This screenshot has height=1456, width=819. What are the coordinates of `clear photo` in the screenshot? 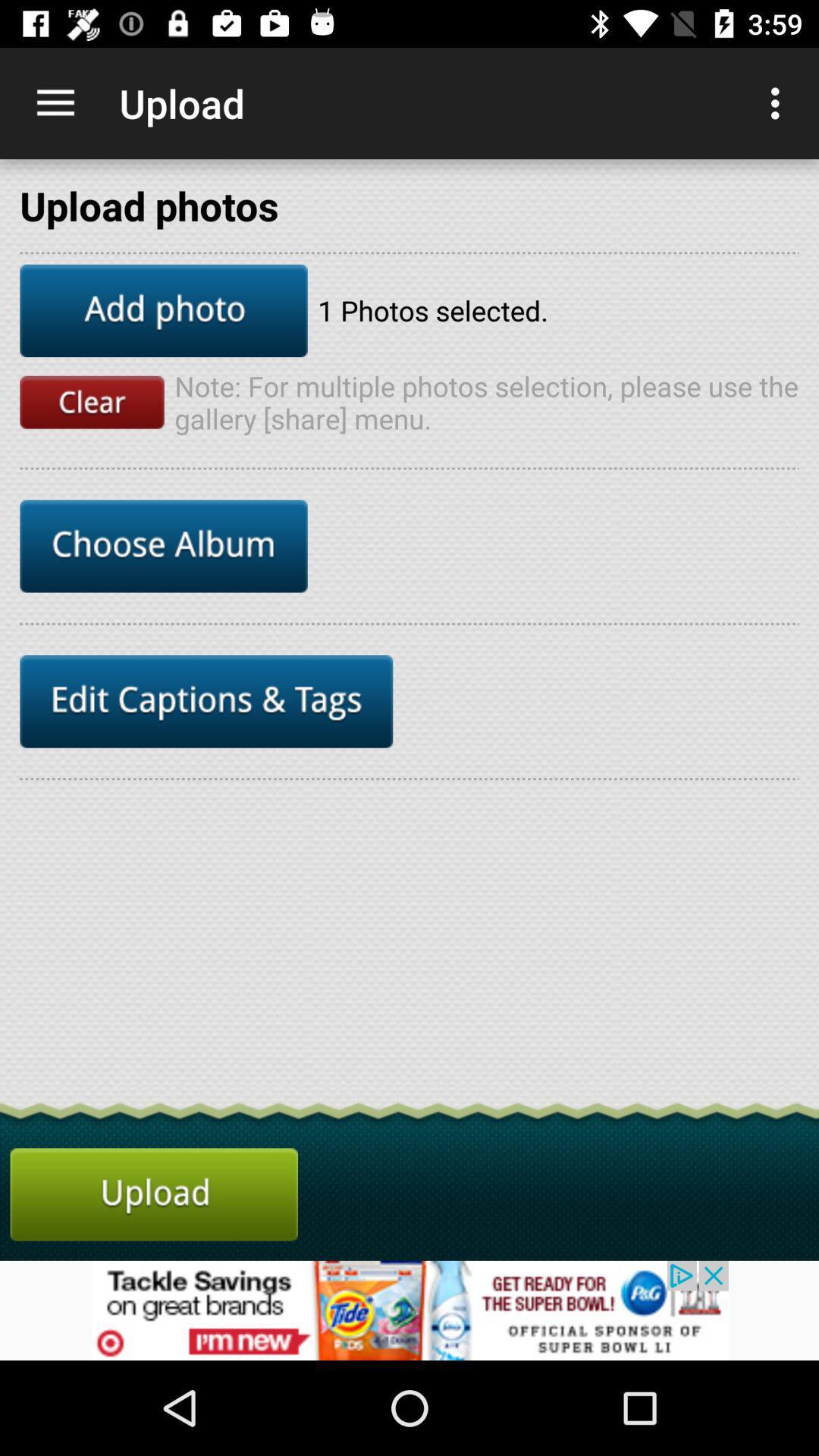 It's located at (92, 402).